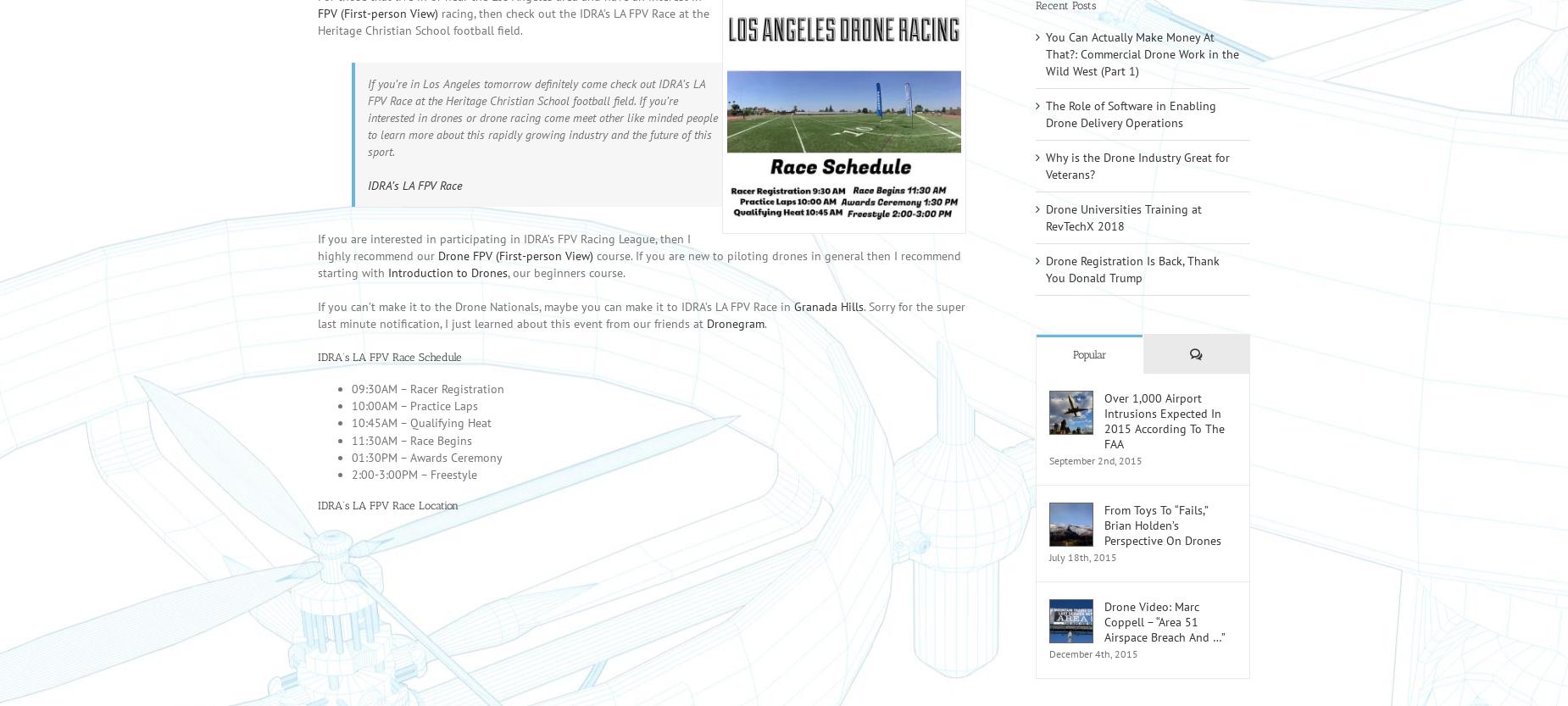 The height and width of the screenshot is (706, 1568). I want to click on 'Drone Registration Is Back, Thank You Donald Trump', so click(1132, 292).